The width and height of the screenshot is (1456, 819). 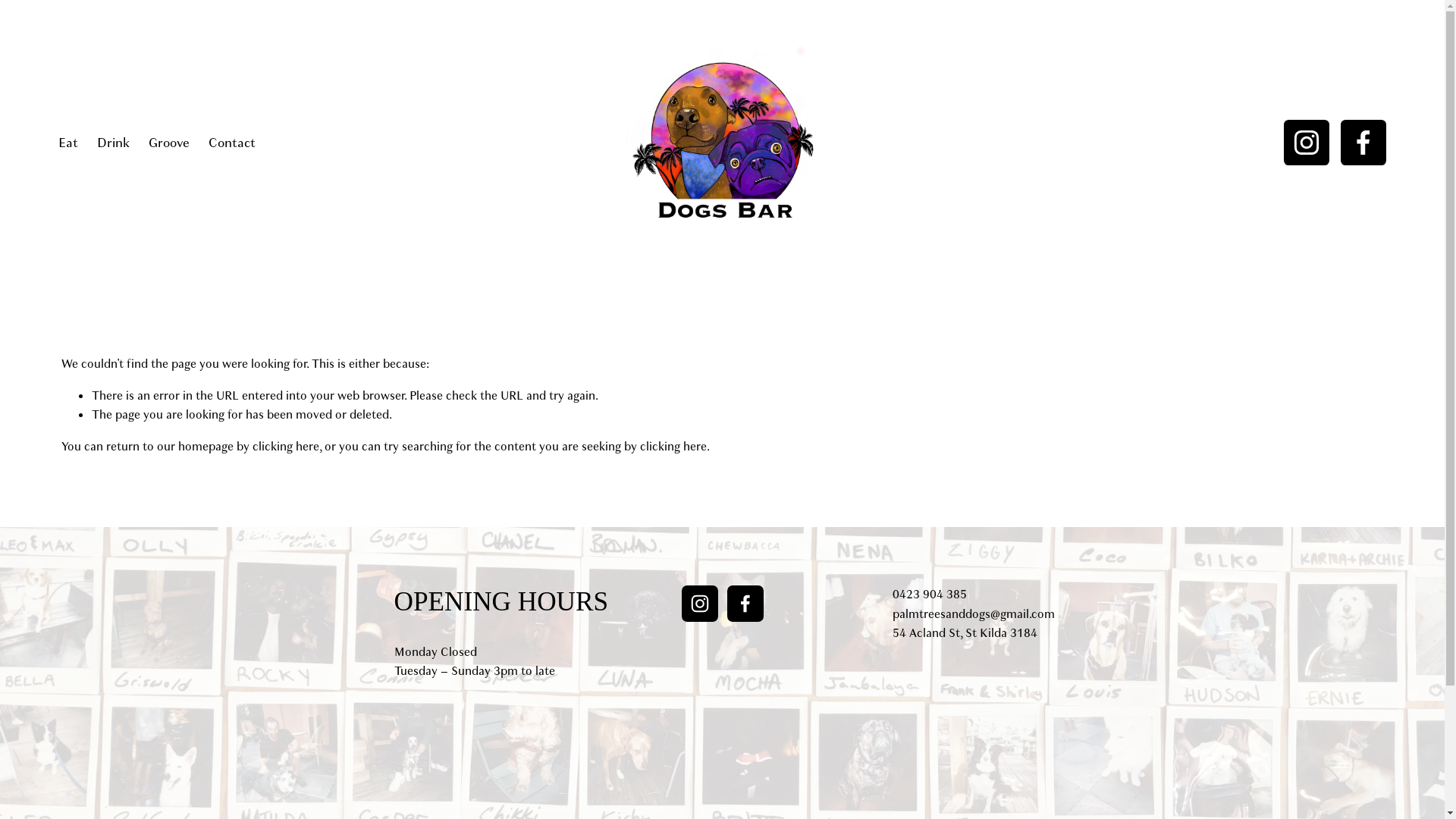 What do you see at coordinates (207, 143) in the screenshot?
I see `'Contact'` at bounding box center [207, 143].